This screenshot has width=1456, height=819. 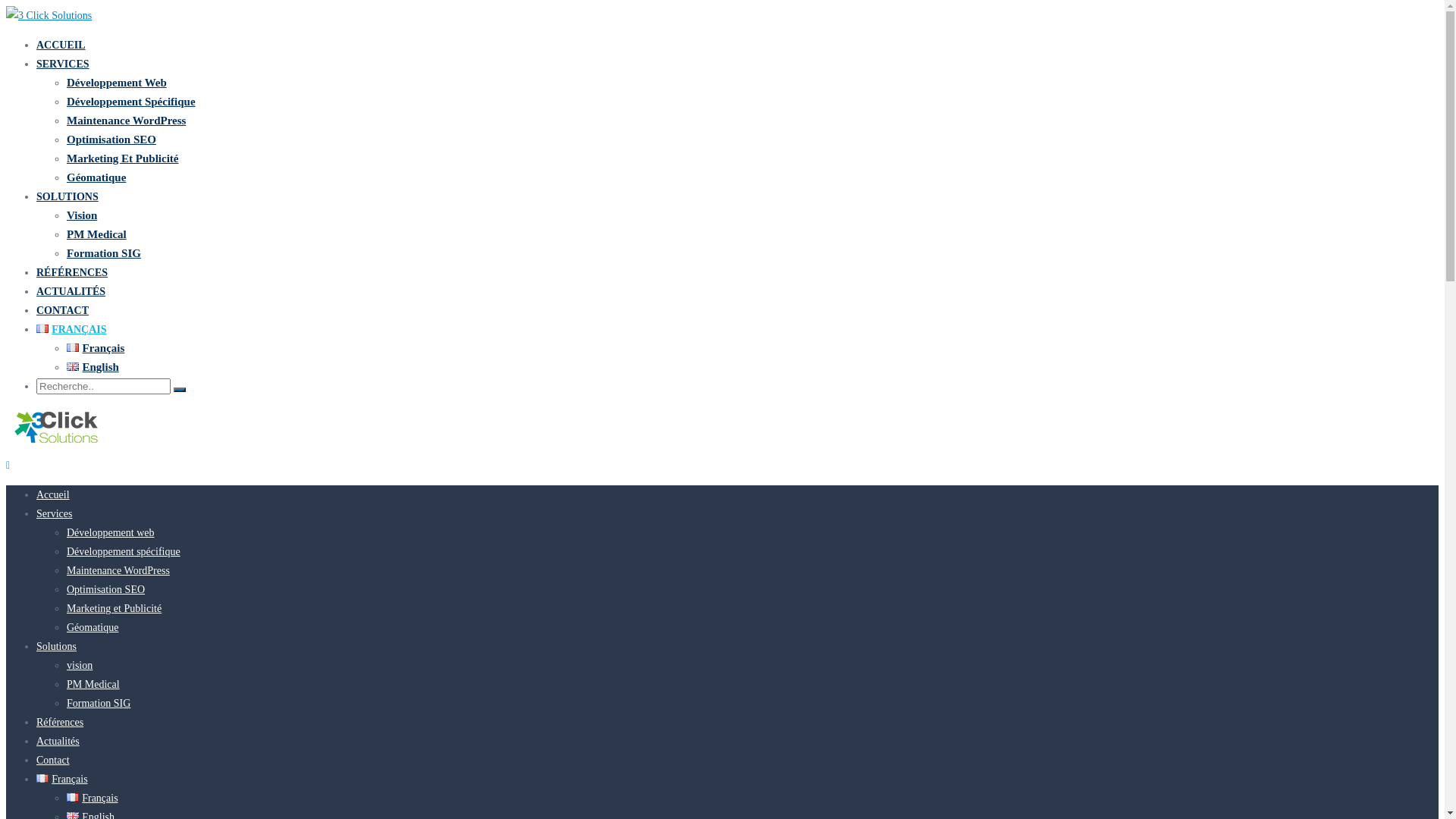 I want to click on 'PM Medical', so click(x=93, y=684).